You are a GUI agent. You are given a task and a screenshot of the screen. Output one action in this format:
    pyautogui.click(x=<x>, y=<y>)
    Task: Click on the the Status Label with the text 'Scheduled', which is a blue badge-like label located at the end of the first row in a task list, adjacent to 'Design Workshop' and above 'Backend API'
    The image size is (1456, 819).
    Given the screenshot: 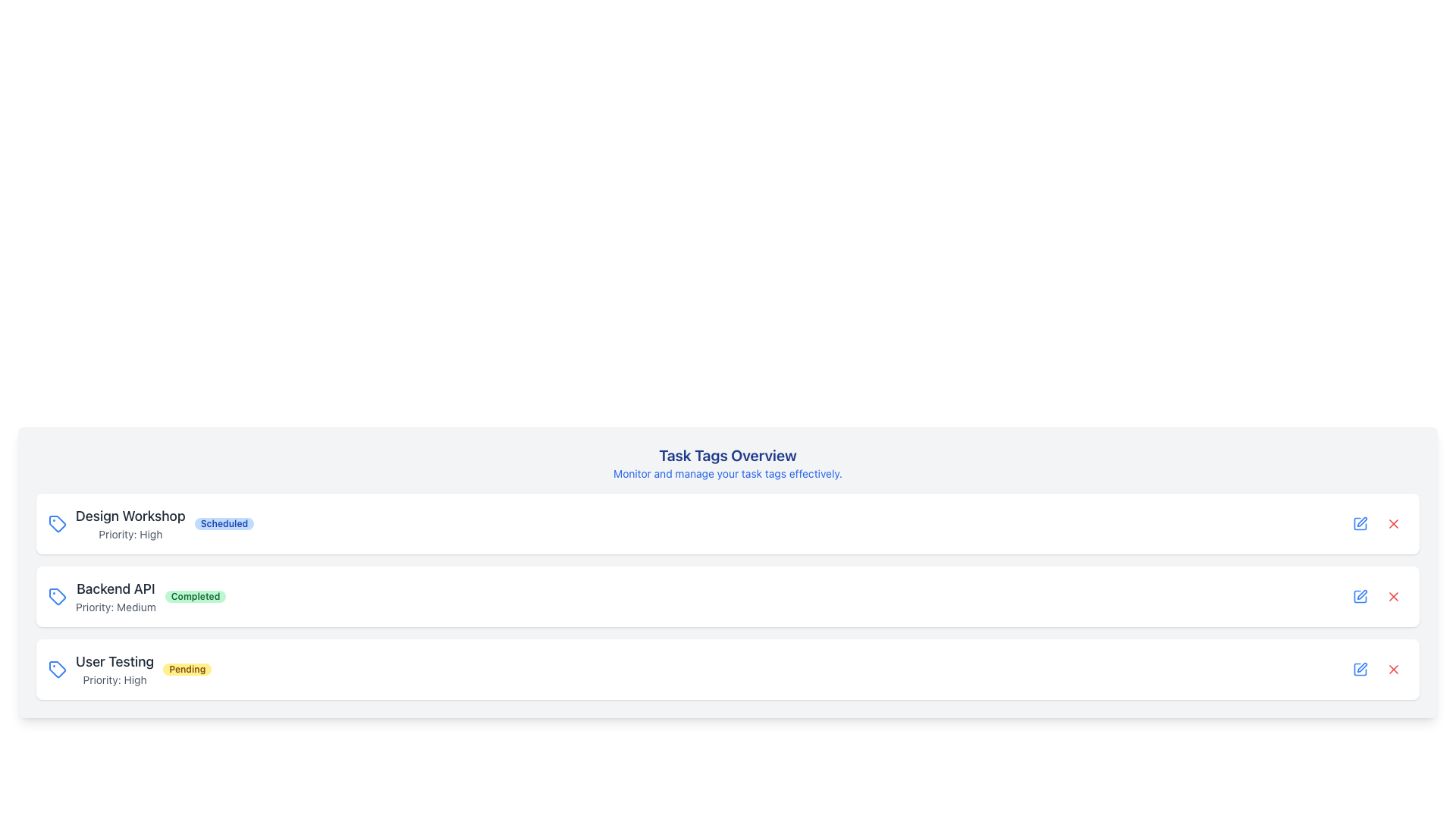 What is the action you would take?
    pyautogui.click(x=223, y=522)
    